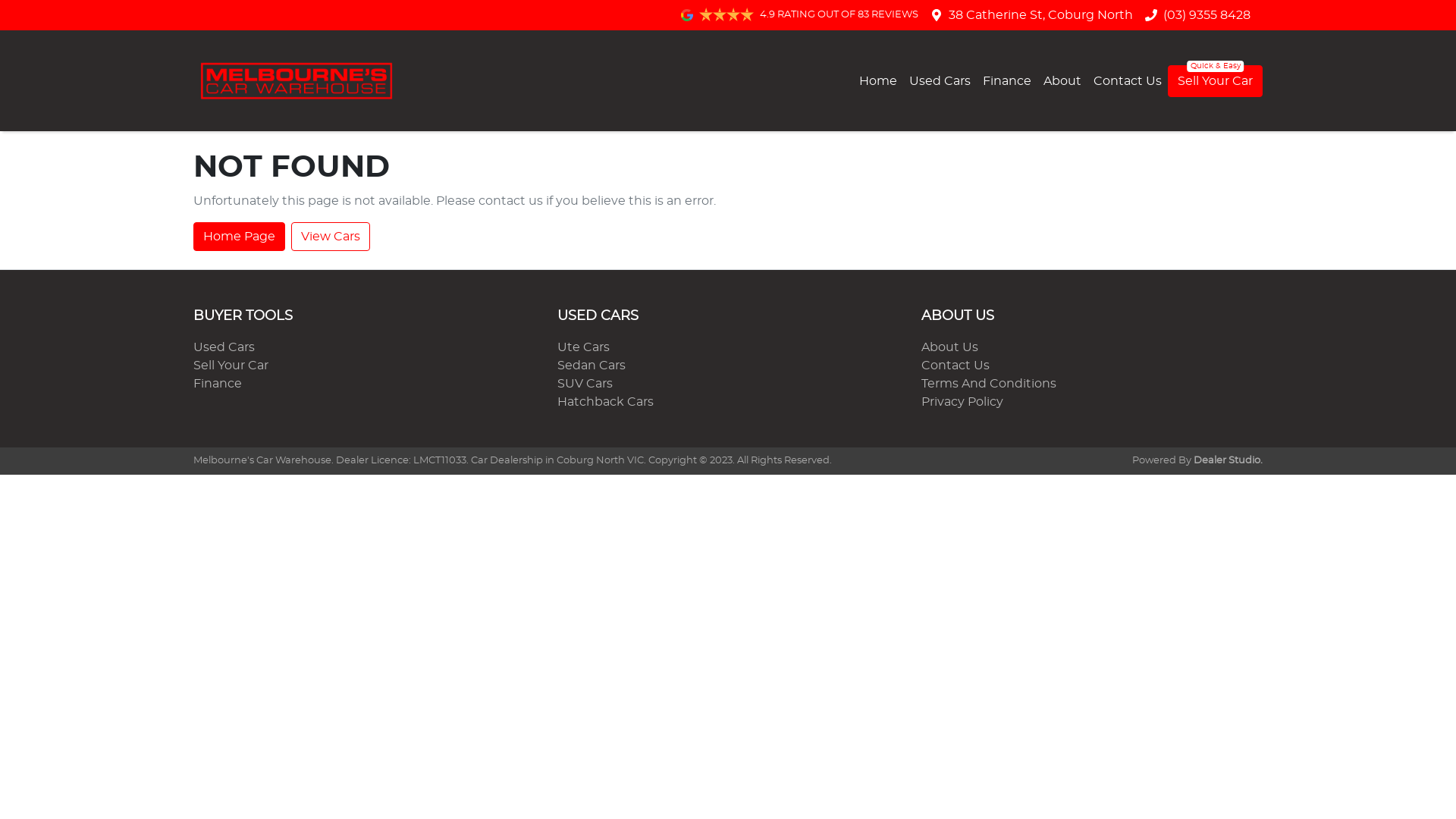 The width and height of the screenshot is (1456, 819). I want to click on 'About Us', so click(949, 347).